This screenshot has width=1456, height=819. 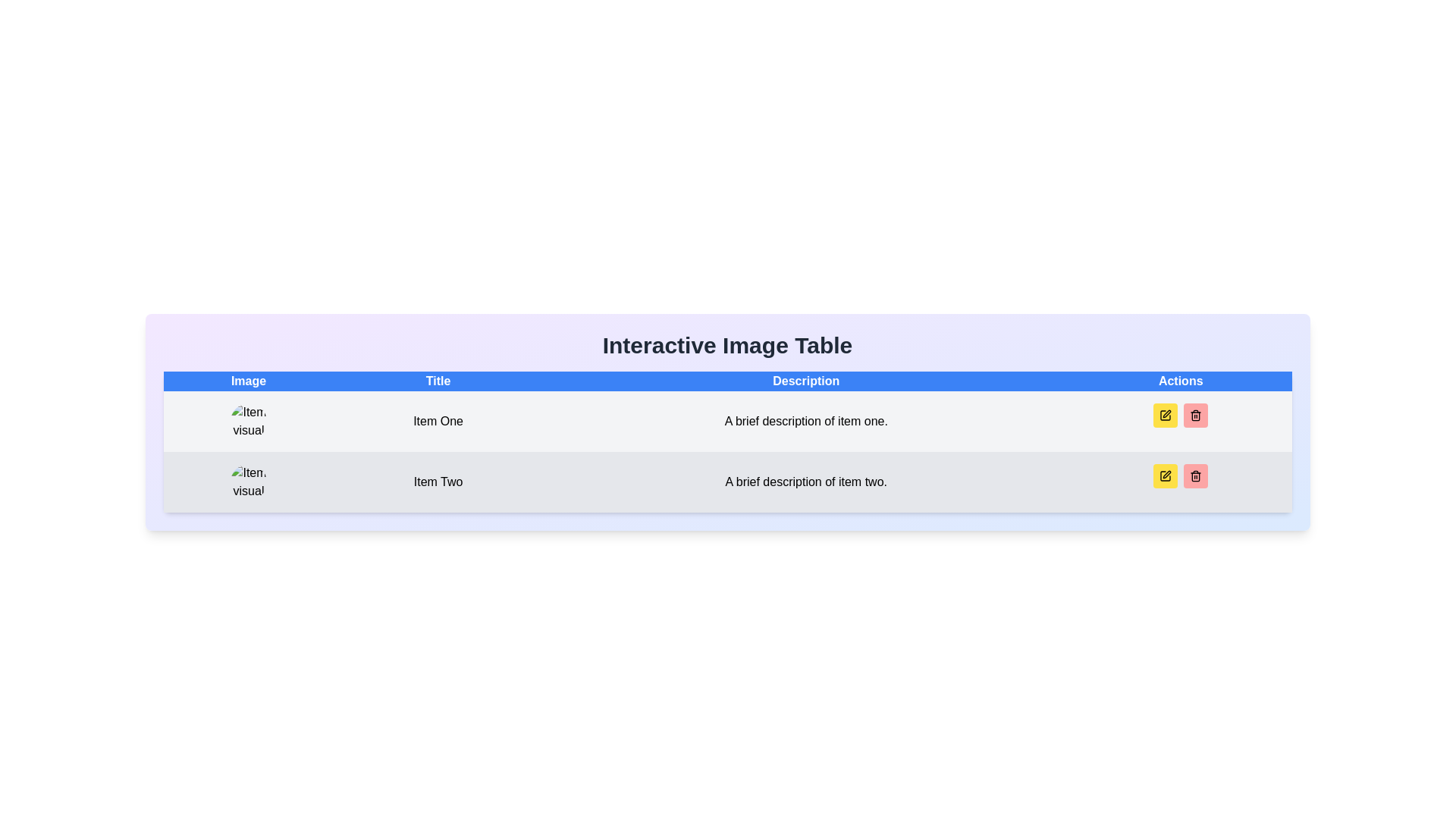 I want to click on the red trash can icon button located in the 'Actions' column of the table, positioned to the right of the yellow 'edit' button in the second row, to observe the hover effect, so click(x=1195, y=475).